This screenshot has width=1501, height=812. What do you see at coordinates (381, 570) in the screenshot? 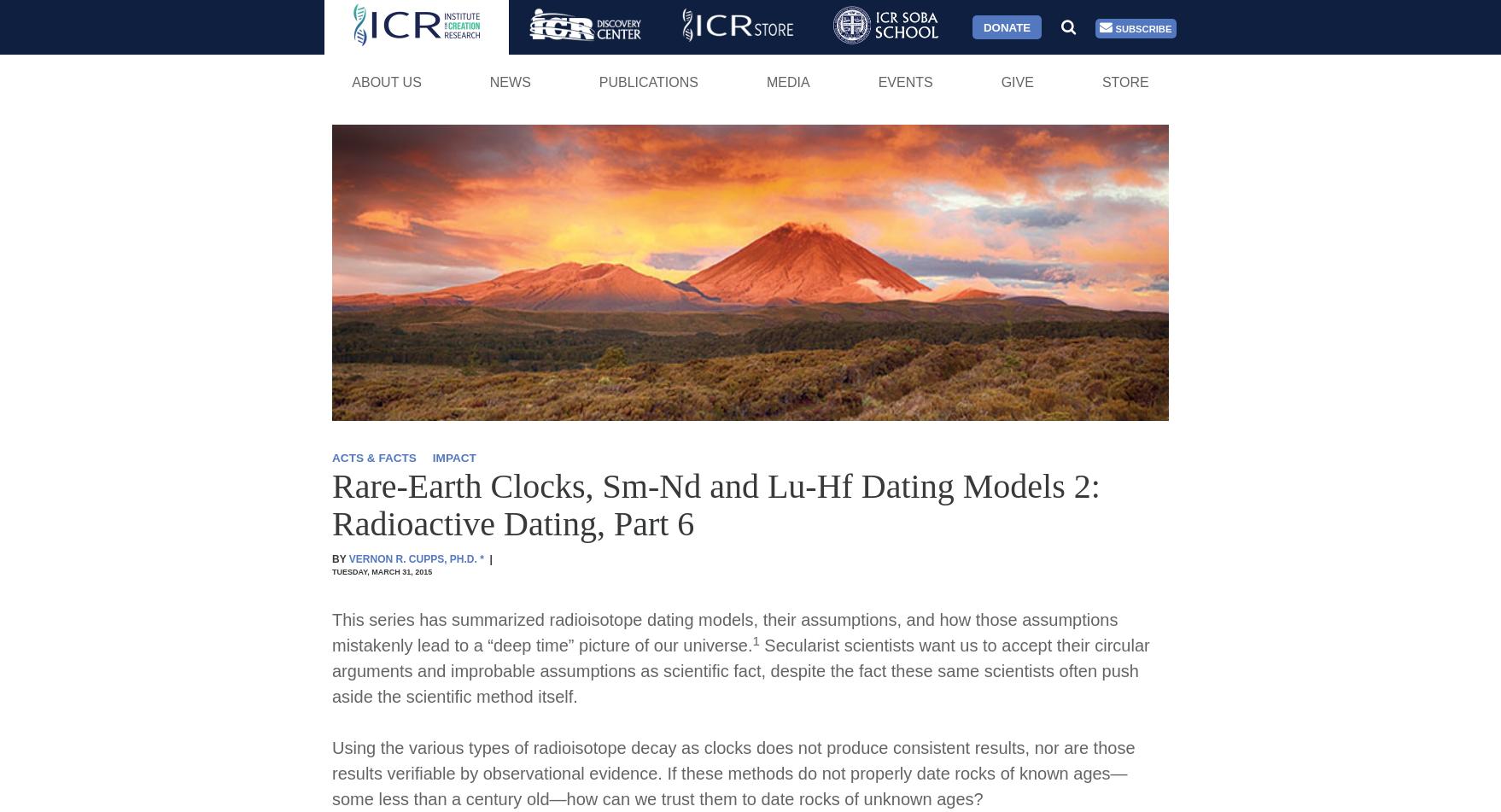
I see `'TUESDAY, MARCH 31, 2015'` at bounding box center [381, 570].